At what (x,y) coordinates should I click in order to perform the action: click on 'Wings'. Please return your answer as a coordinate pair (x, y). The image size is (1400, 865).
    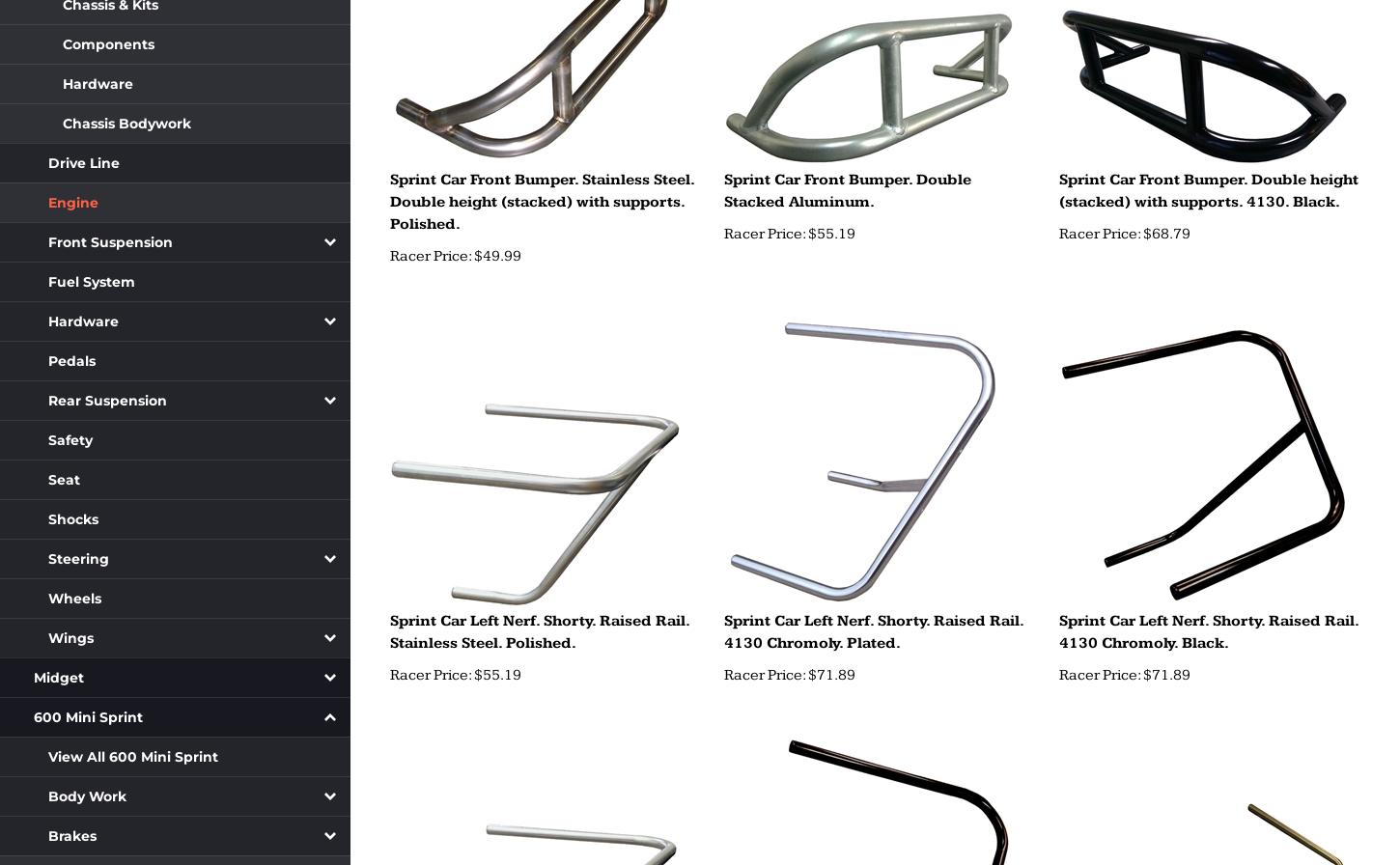
    Looking at the image, I should click on (70, 637).